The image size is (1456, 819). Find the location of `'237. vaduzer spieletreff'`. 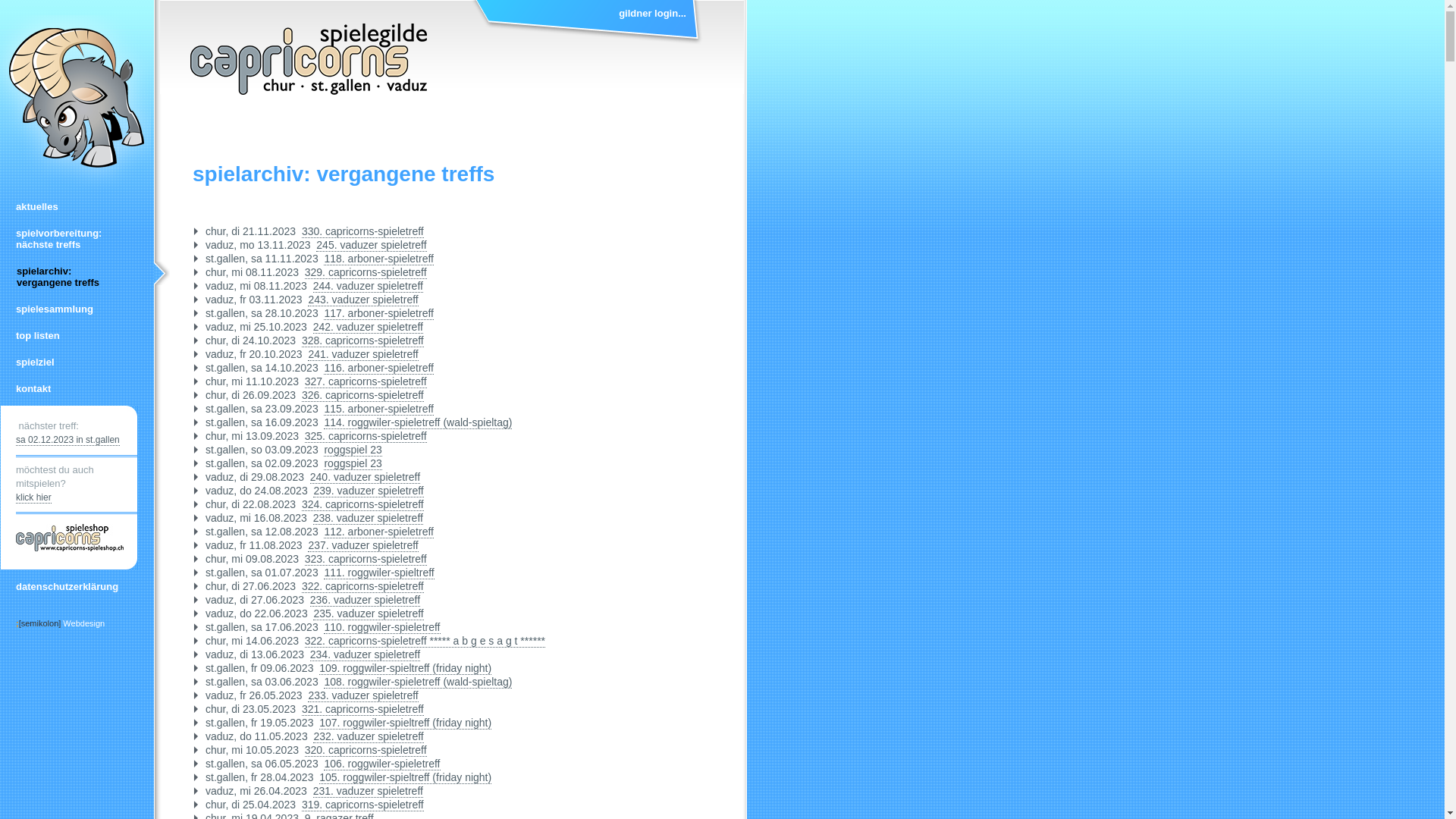

'237. vaduzer spieletreff' is located at coordinates (362, 544).